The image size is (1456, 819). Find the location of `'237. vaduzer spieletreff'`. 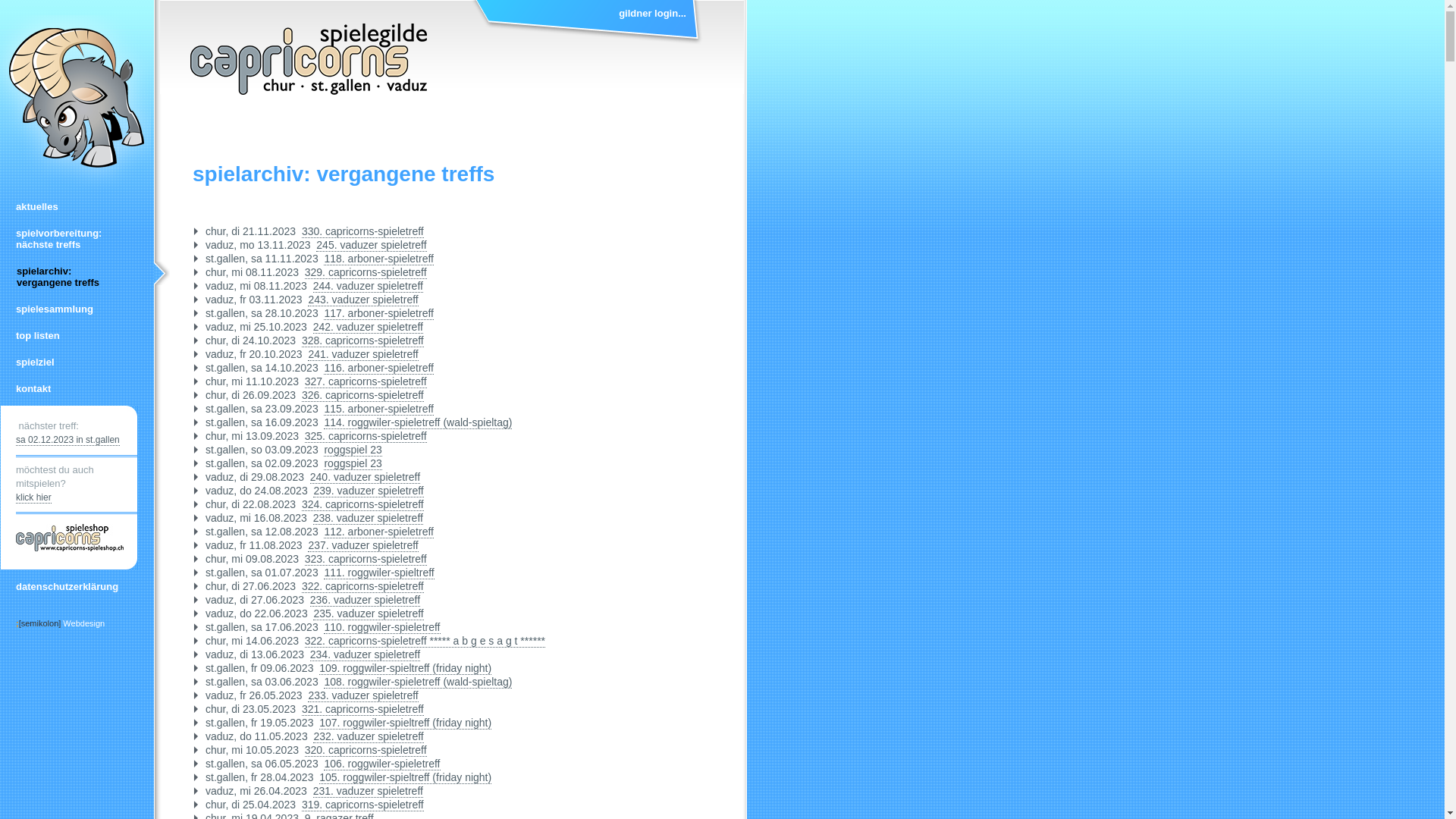

'237. vaduzer spieletreff' is located at coordinates (362, 544).